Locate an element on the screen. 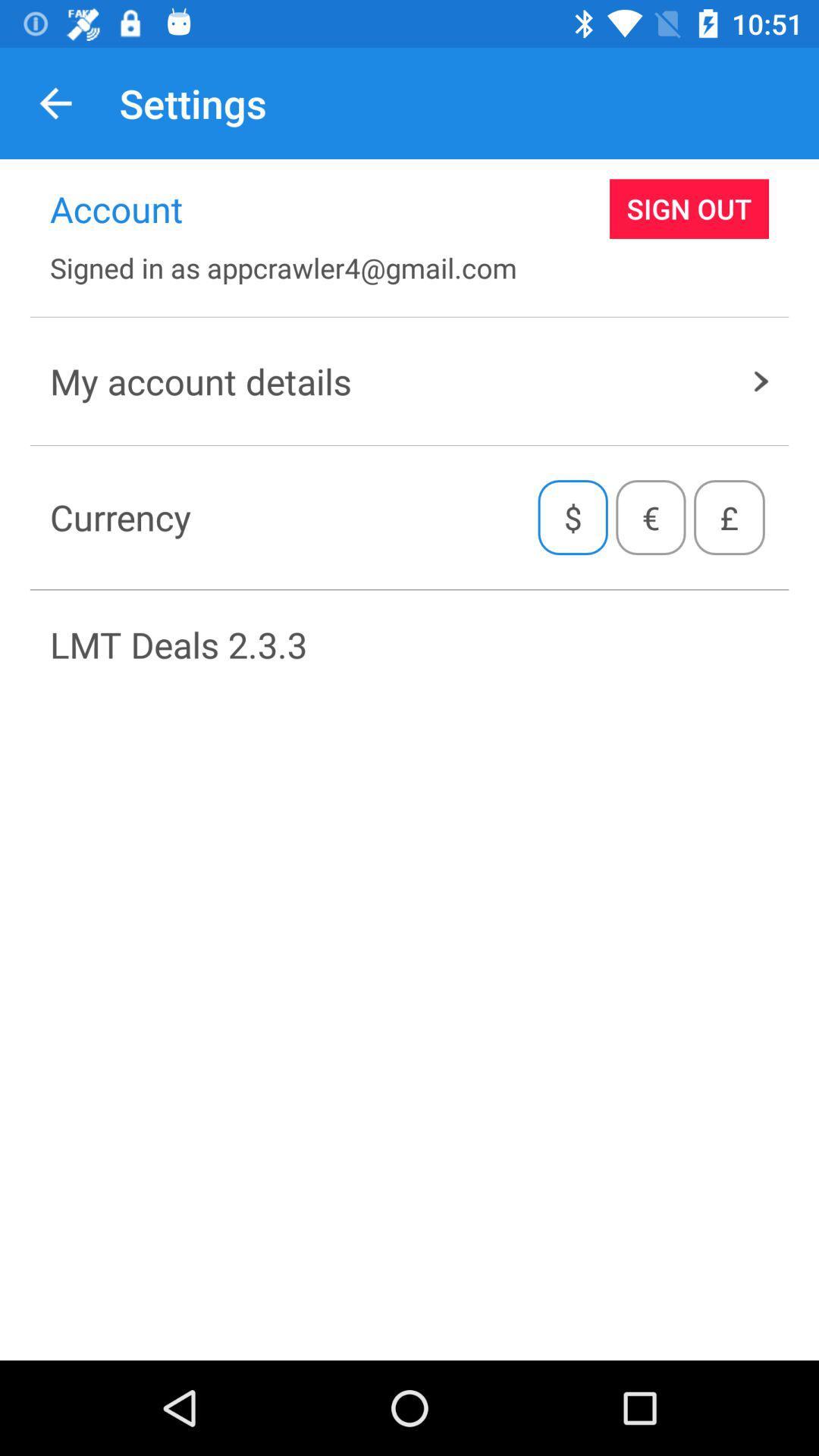  icon to the right of the $ icon is located at coordinates (650, 517).